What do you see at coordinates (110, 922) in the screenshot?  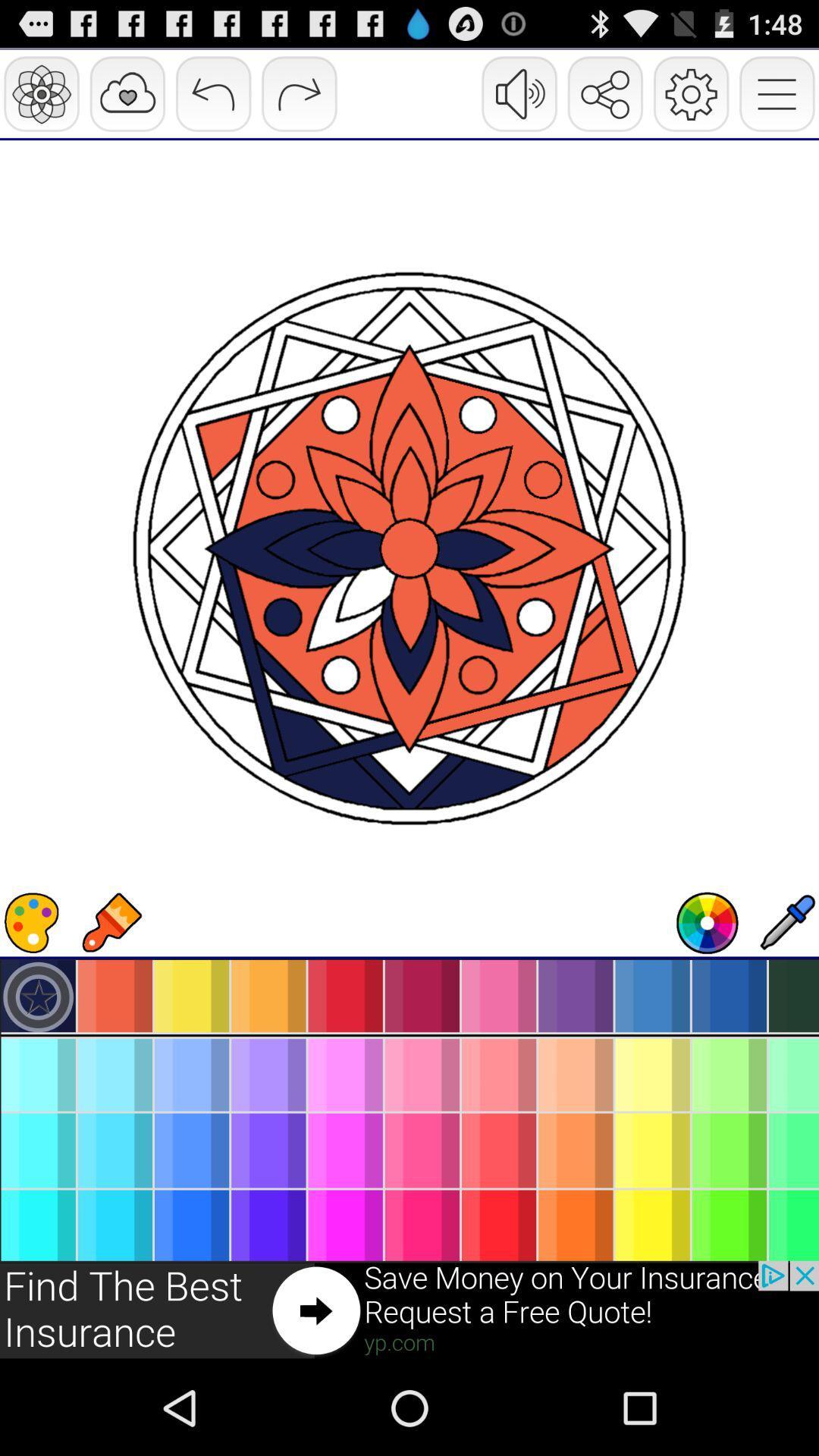 I see `paintbrush` at bounding box center [110, 922].